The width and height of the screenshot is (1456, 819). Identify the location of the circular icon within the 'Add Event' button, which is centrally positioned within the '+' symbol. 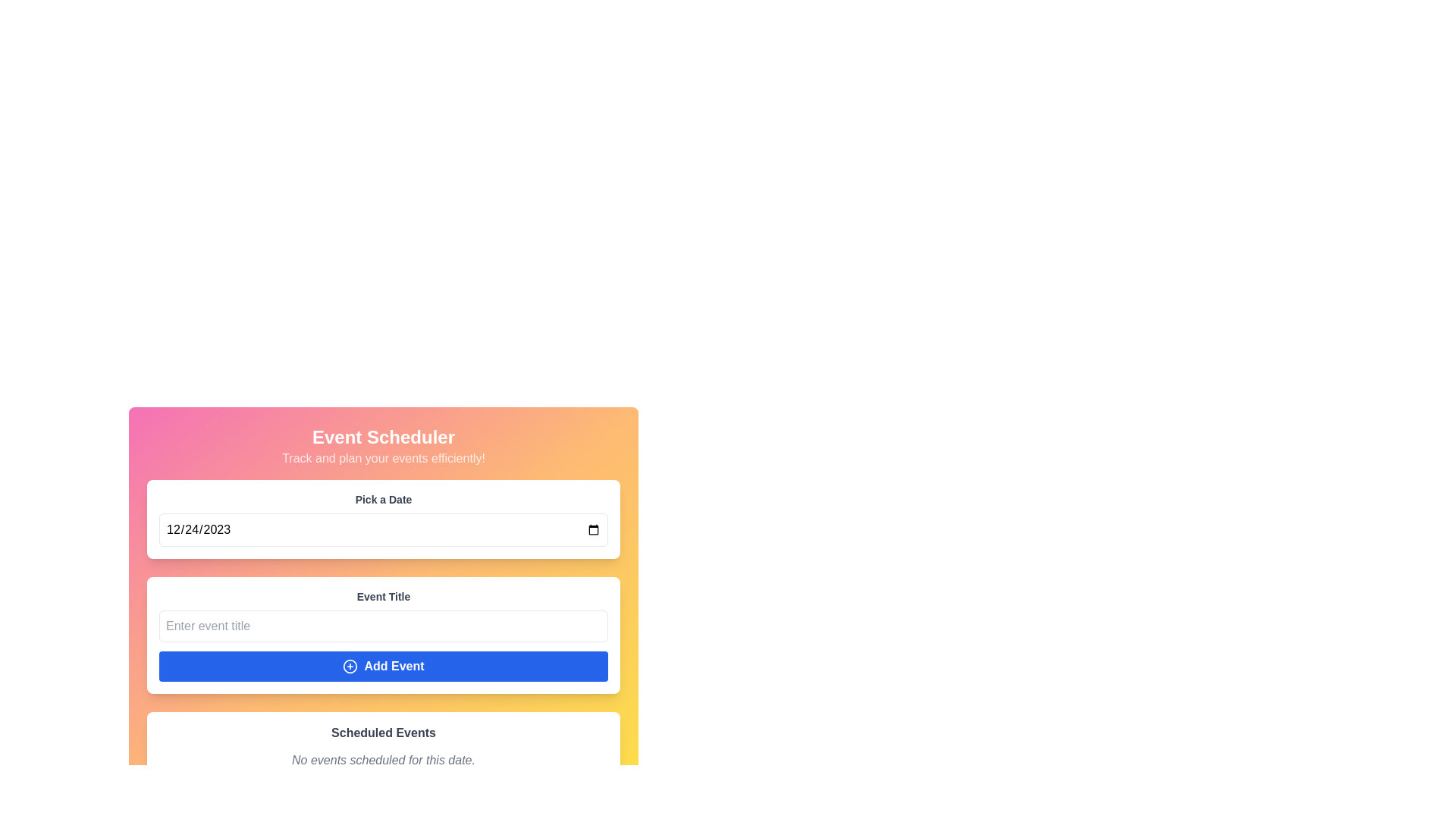
(350, 666).